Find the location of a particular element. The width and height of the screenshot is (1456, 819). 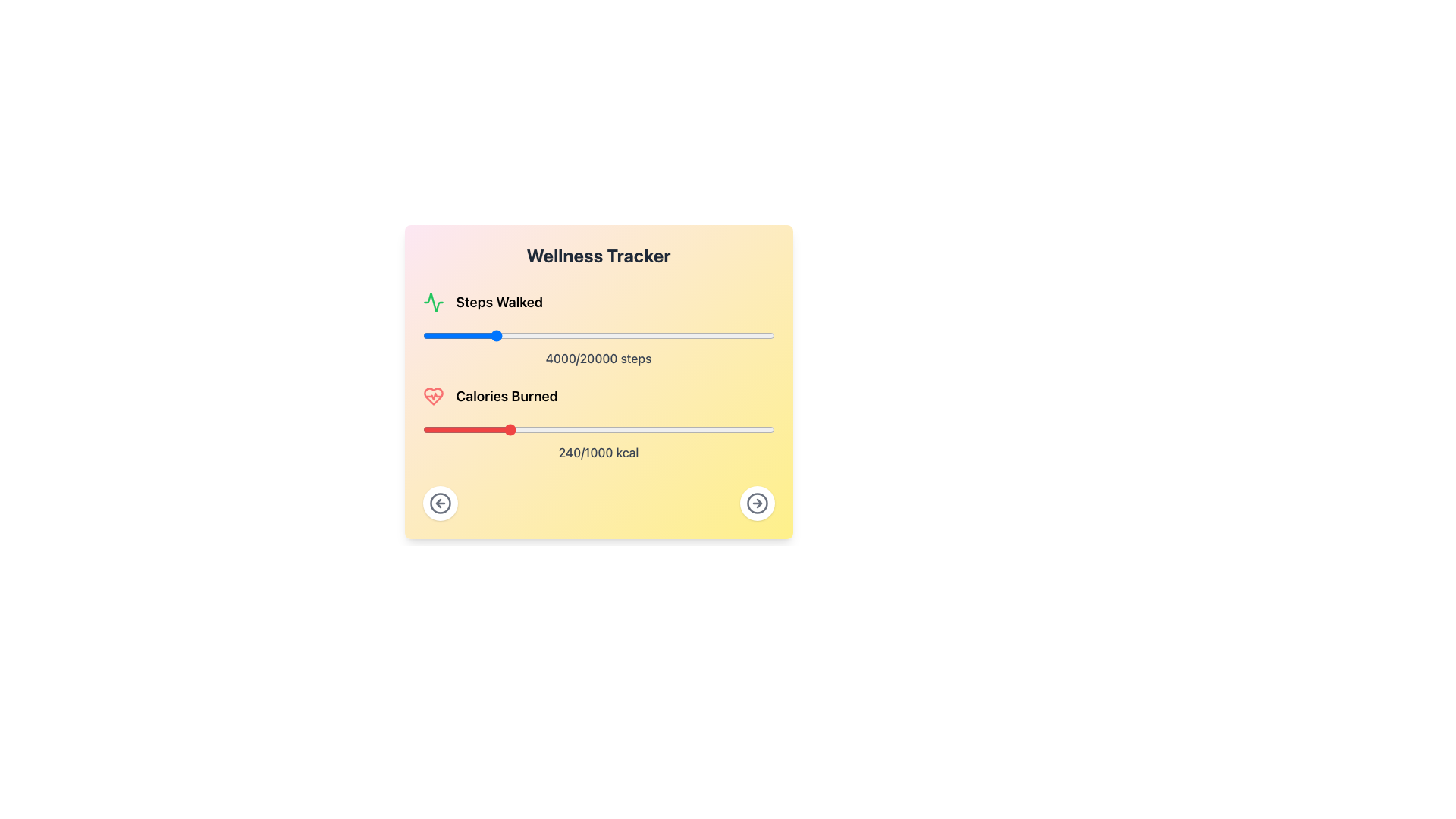

the navigational button icon located at the bottom-right corner of the interface is located at coordinates (439, 503).